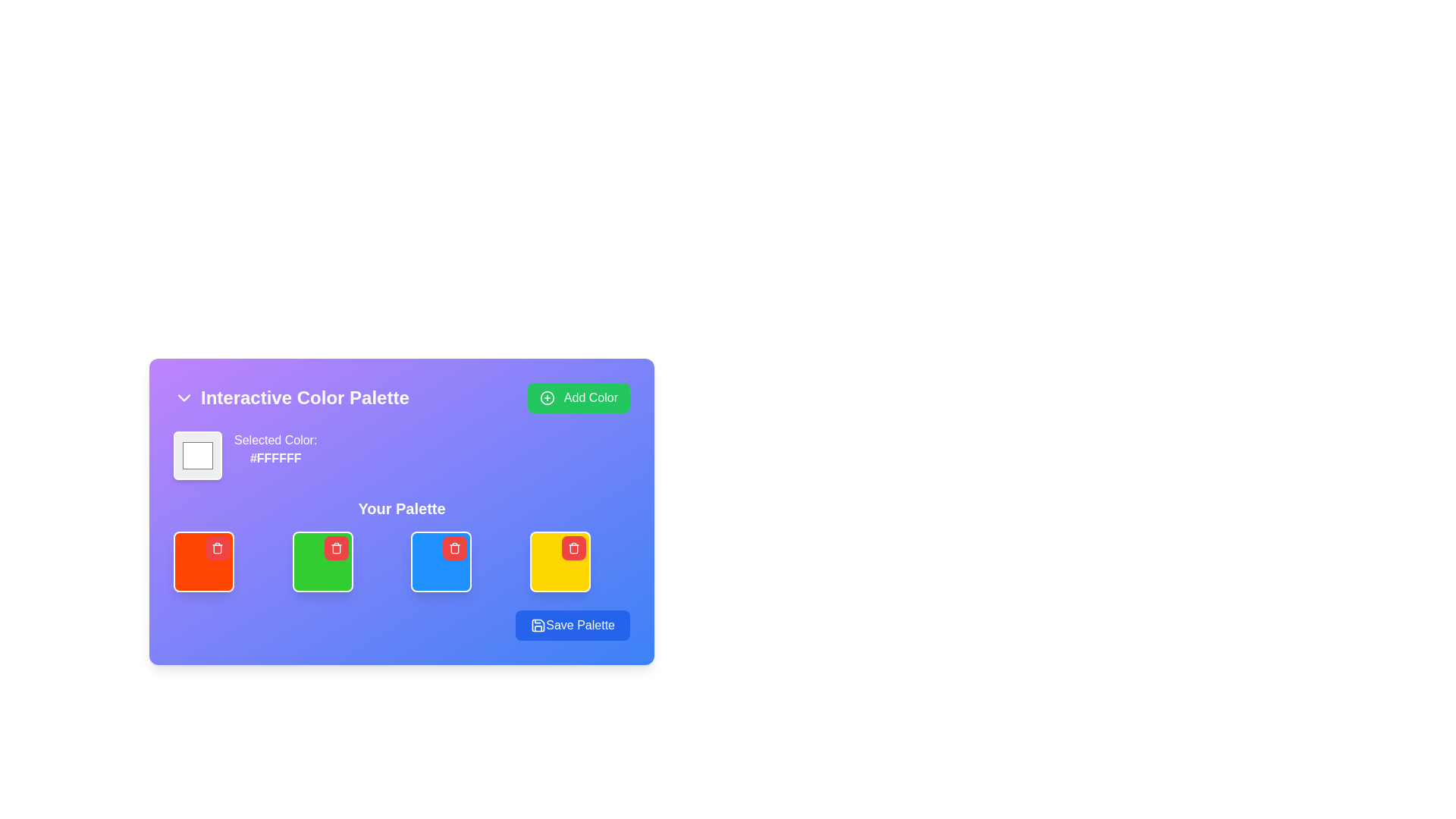 The height and width of the screenshot is (819, 1456). I want to click on the fourth item in the grid layout that represents a color swatch or palette item with a trash icon for color selection or modification, so click(559, 561).